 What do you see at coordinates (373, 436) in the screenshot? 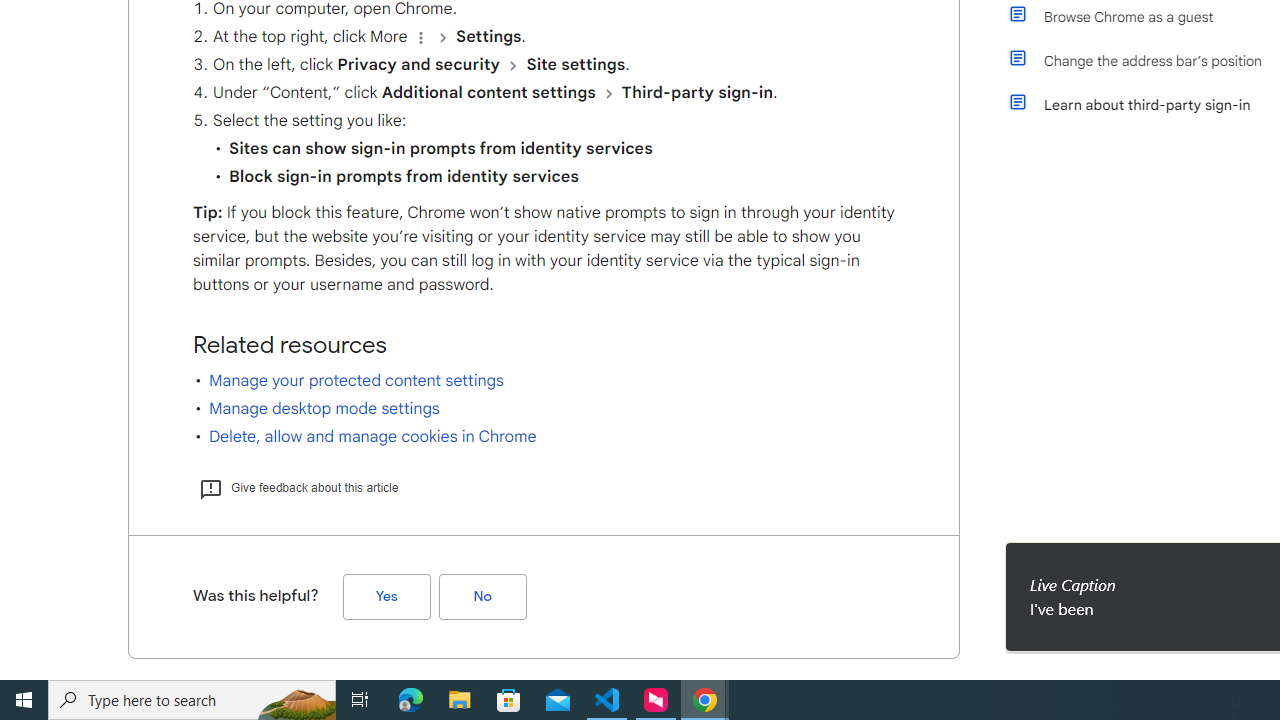
I see `'Delete, allow and manage cookies in Chrome'` at bounding box center [373, 436].